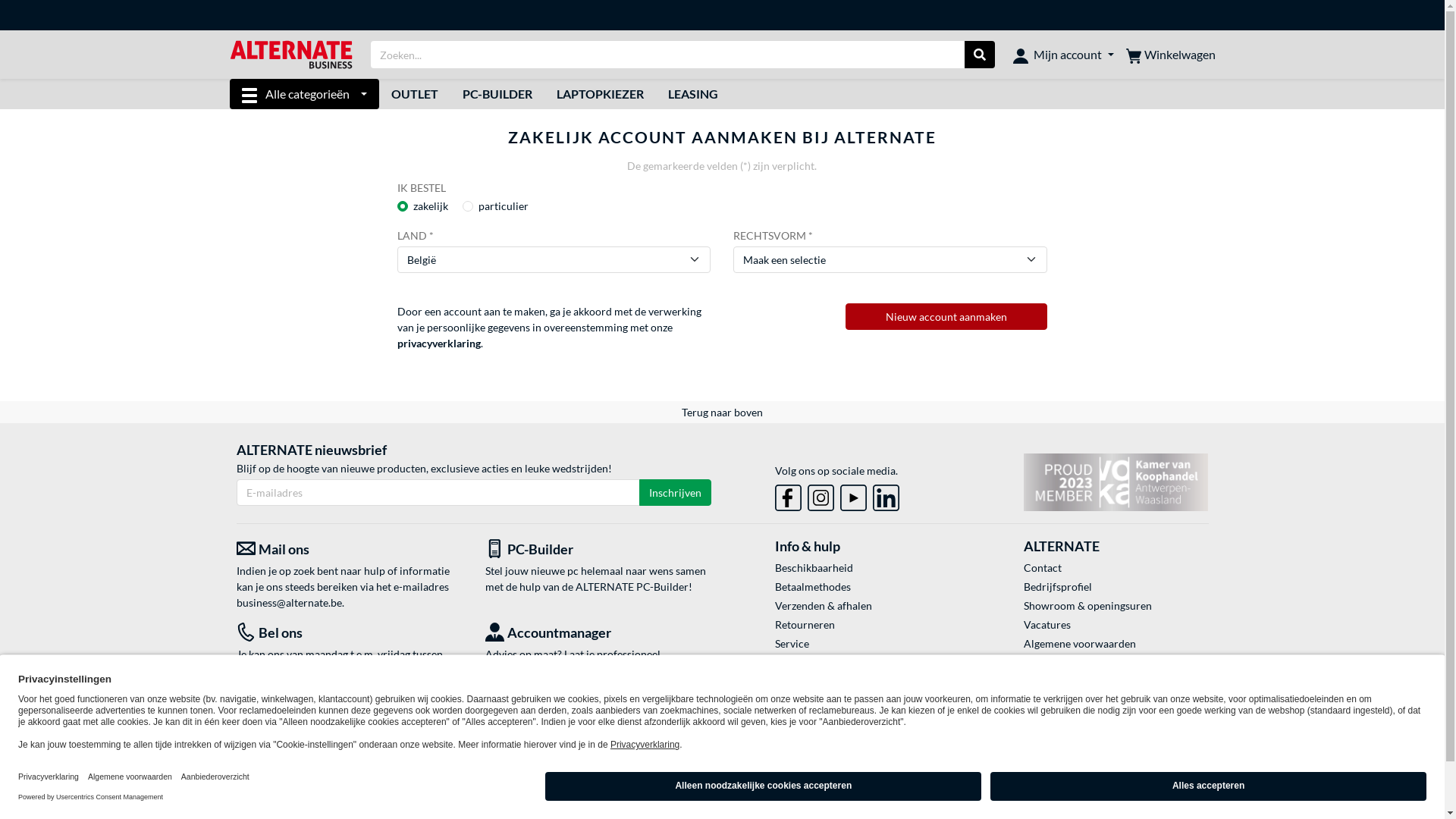 This screenshot has height=819, width=1456. I want to click on 'Linkedin', so click(873, 497).